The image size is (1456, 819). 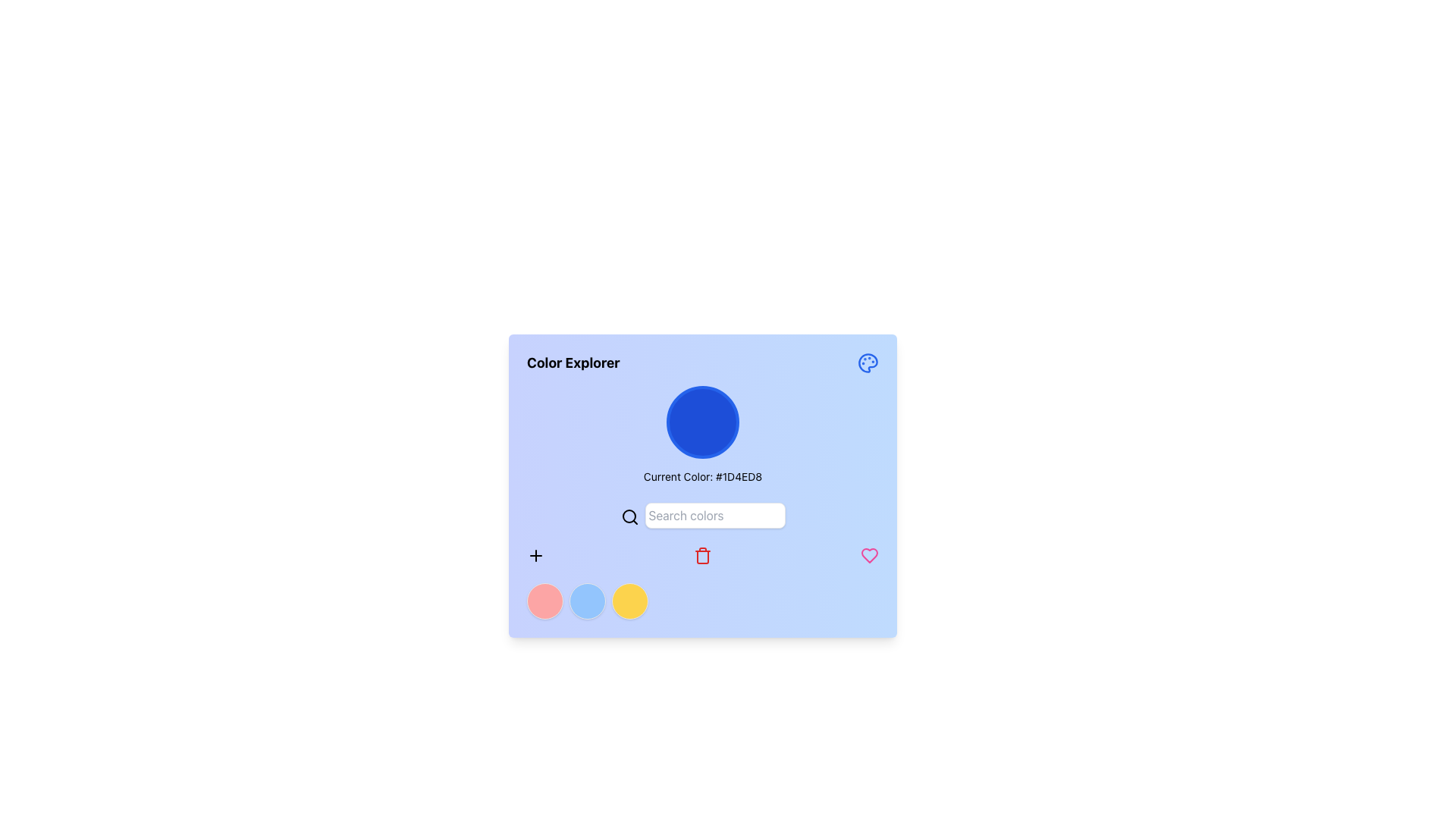 What do you see at coordinates (629, 516) in the screenshot?
I see `the small search icon represented by a magnifying glass symbol, located to the left of the 'Search colors' text input field, to initiate the search operation` at bounding box center [629, 516].